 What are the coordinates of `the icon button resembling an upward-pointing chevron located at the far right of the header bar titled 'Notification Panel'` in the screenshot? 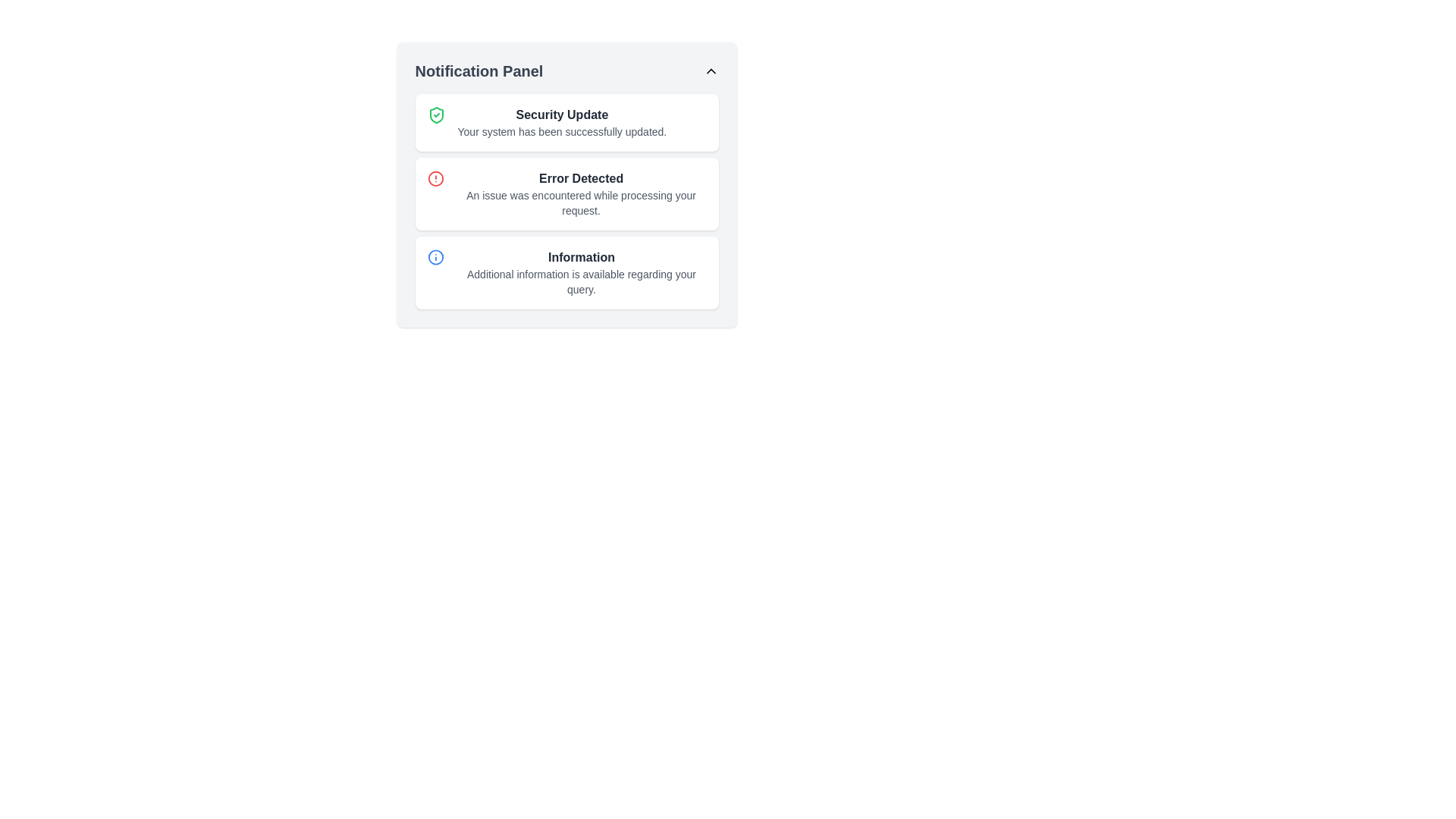 It's located at (710, 71).